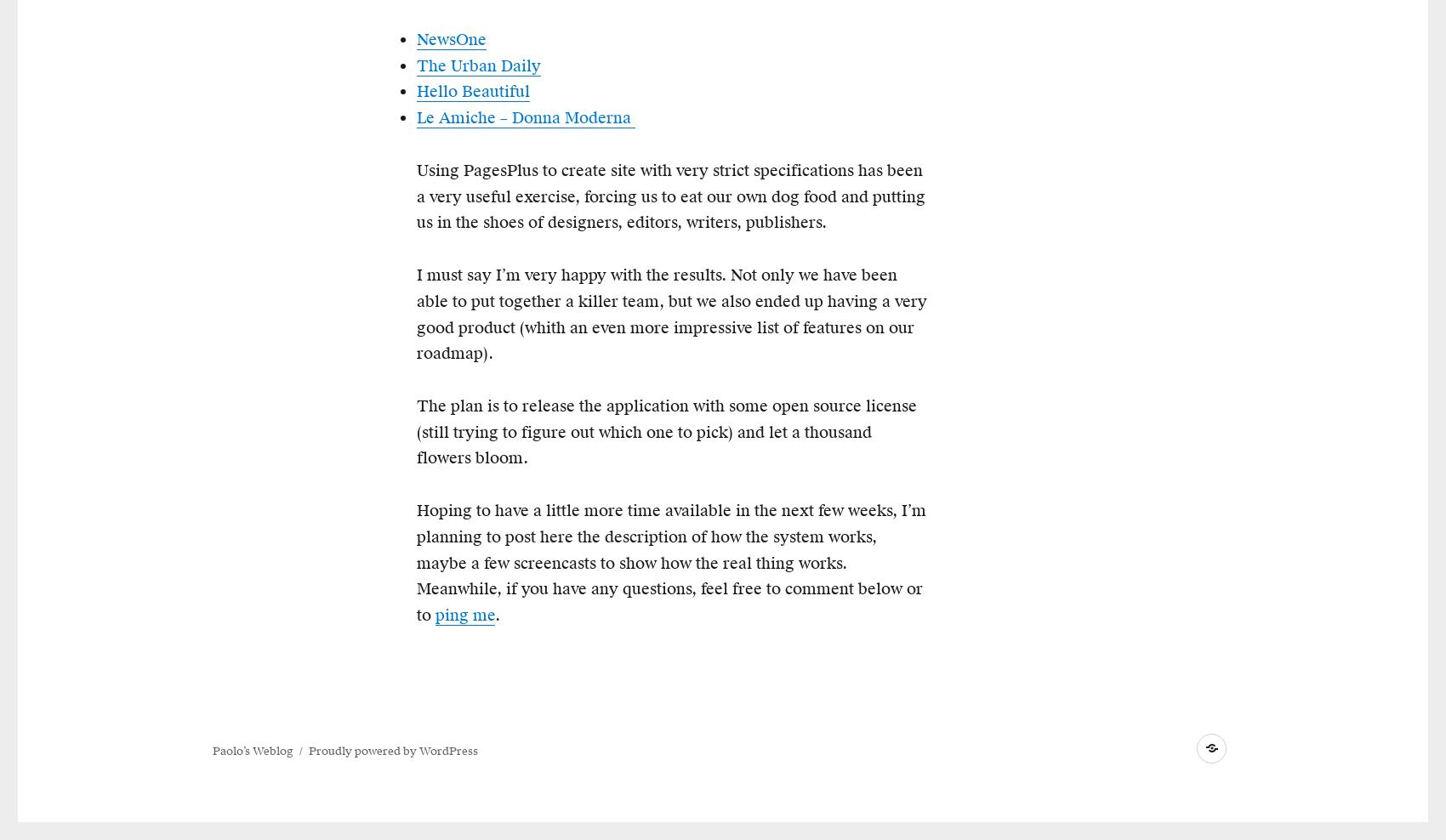  I want to click on 'NewsOne', so click(416, 37).